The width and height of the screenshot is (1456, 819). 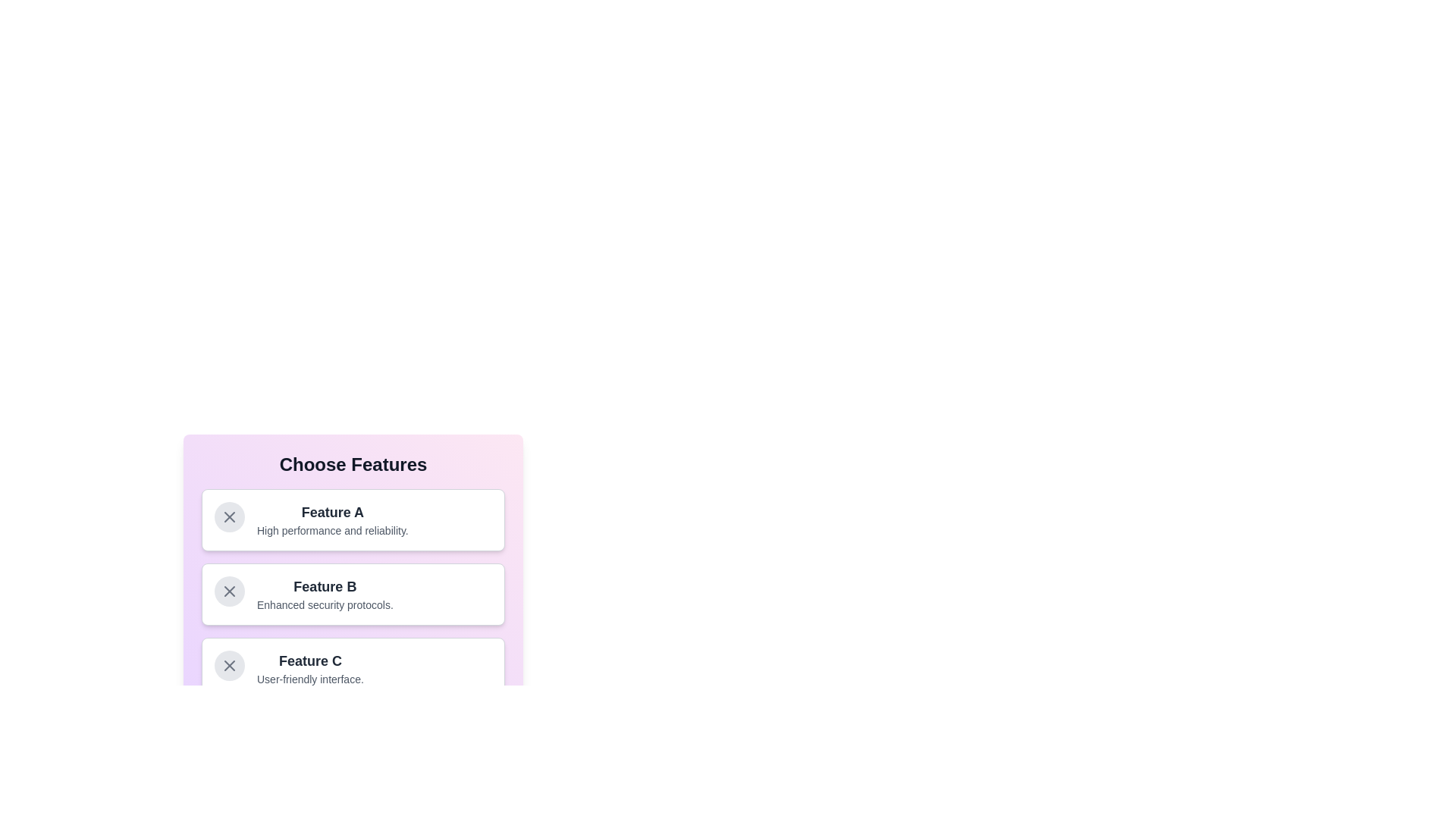 What do you see at coordinates (228, 665) in the screenshot?
I see `the cross icon` at bounding box center [228, 665].